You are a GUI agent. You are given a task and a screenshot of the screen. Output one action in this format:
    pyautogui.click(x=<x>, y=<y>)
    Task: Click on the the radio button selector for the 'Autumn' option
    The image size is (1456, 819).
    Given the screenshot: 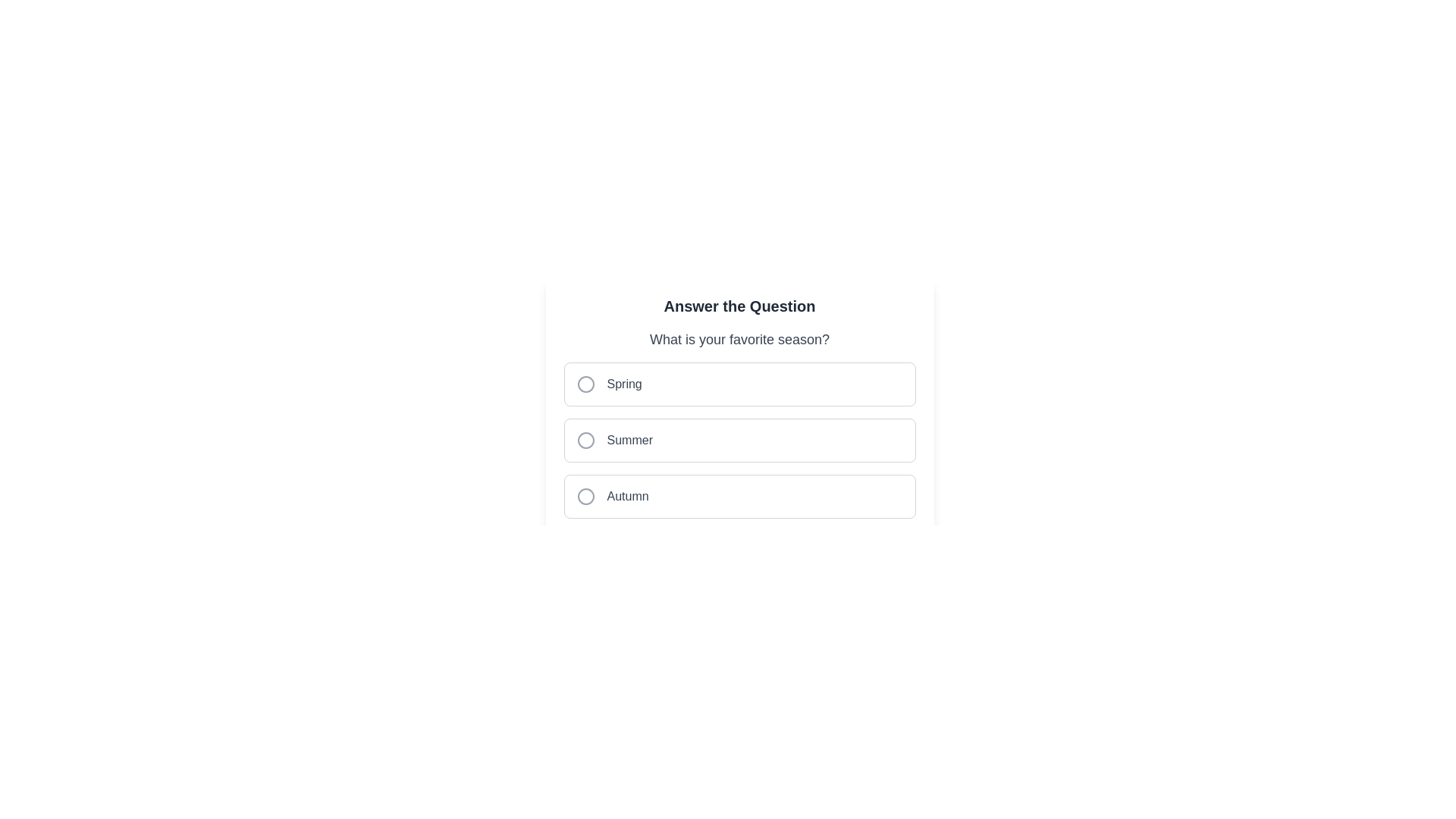 What is the action you would take?
    pyautogui.click(x=585, y=497)
    